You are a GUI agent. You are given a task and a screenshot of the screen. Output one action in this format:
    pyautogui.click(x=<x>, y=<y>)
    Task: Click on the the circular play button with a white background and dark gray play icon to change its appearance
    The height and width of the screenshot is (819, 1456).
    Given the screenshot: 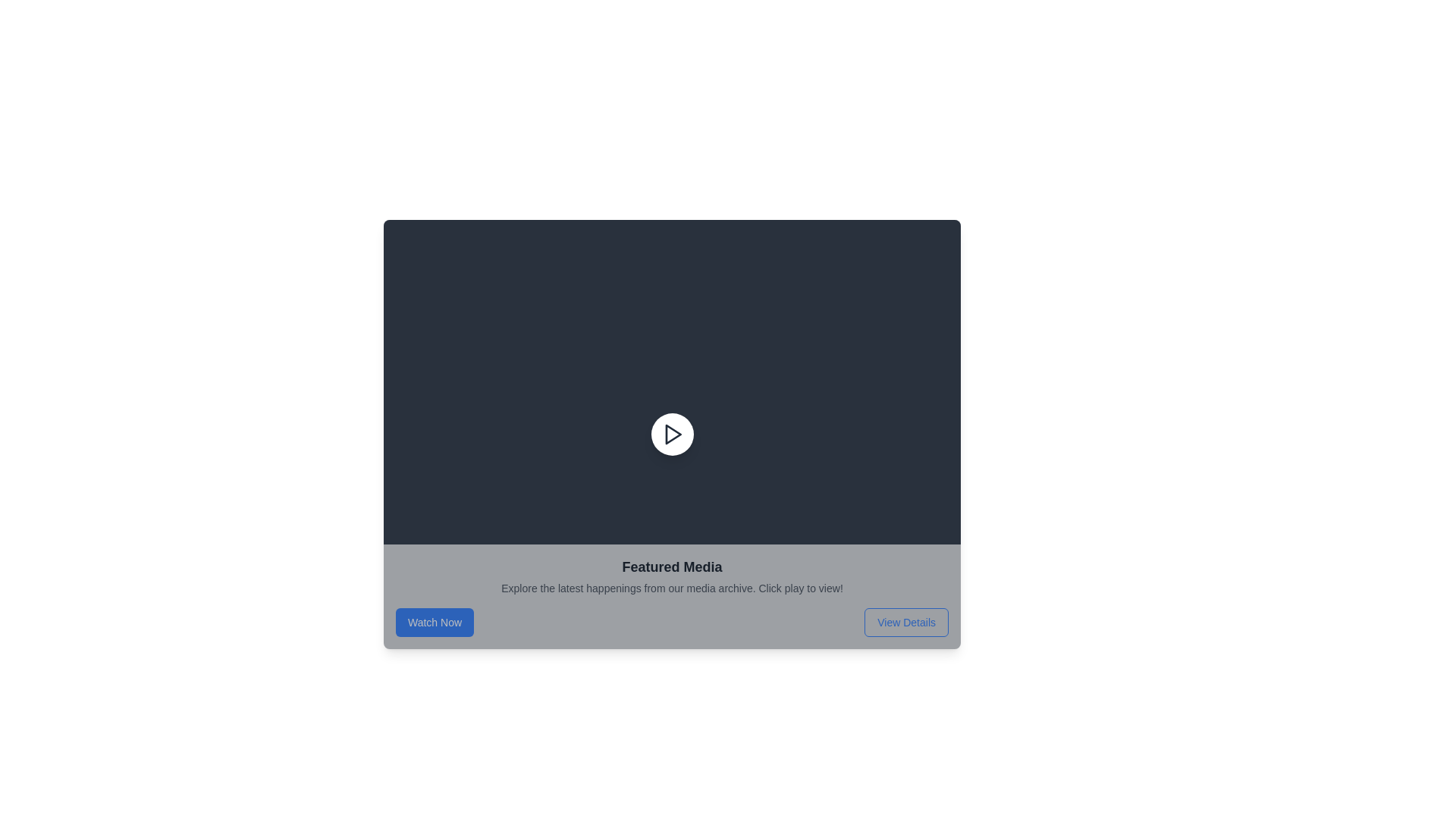 What is the action you would take?
    pyautogui.click(x=671, y=435)
    